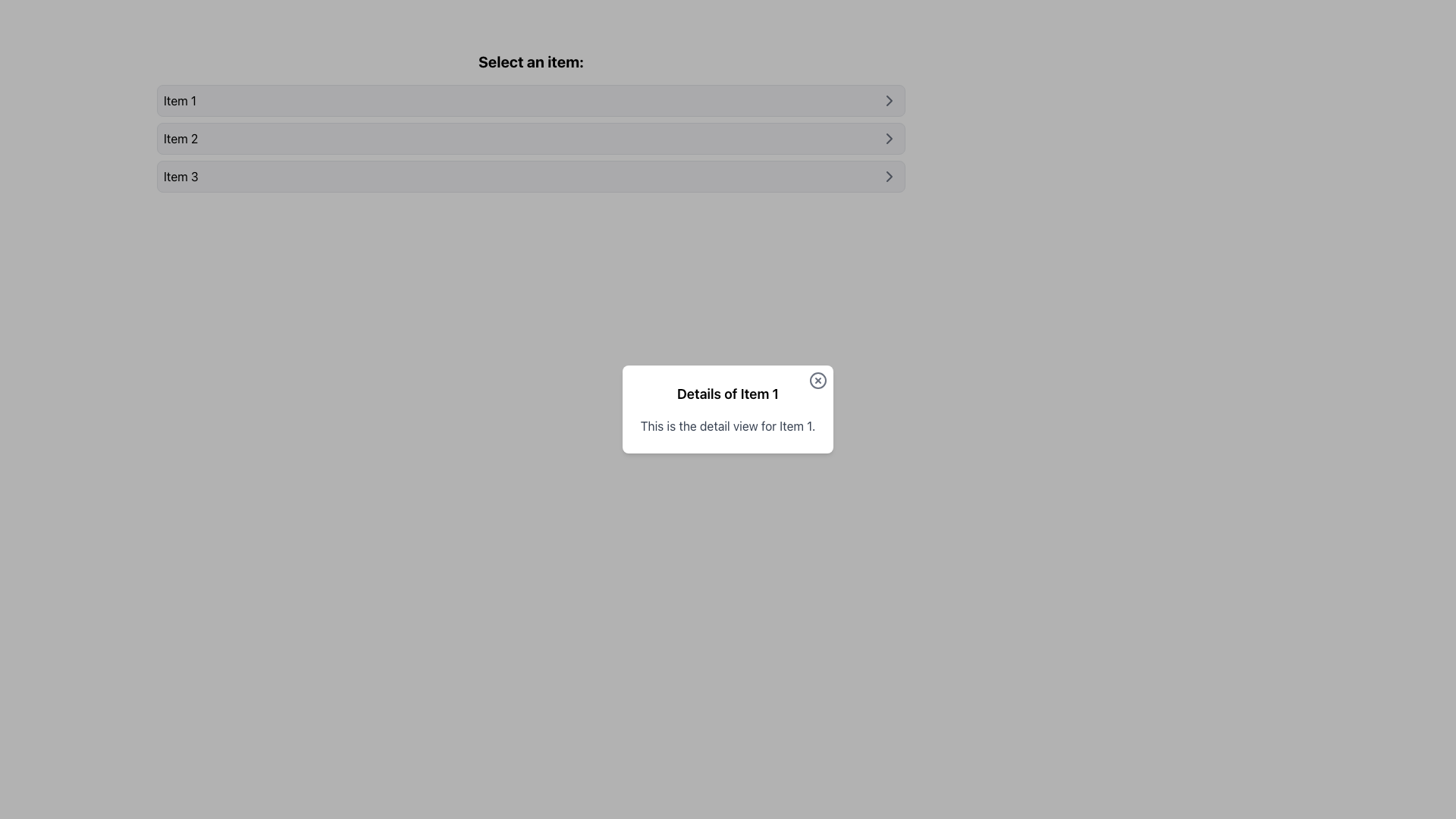  Describe the element at coordinates (728, 426) in the screenshot. I see `textual content of the gray text element that says 'This is the detail view for Item 1.' located below the title 'Details of Item 1.'` at that location.